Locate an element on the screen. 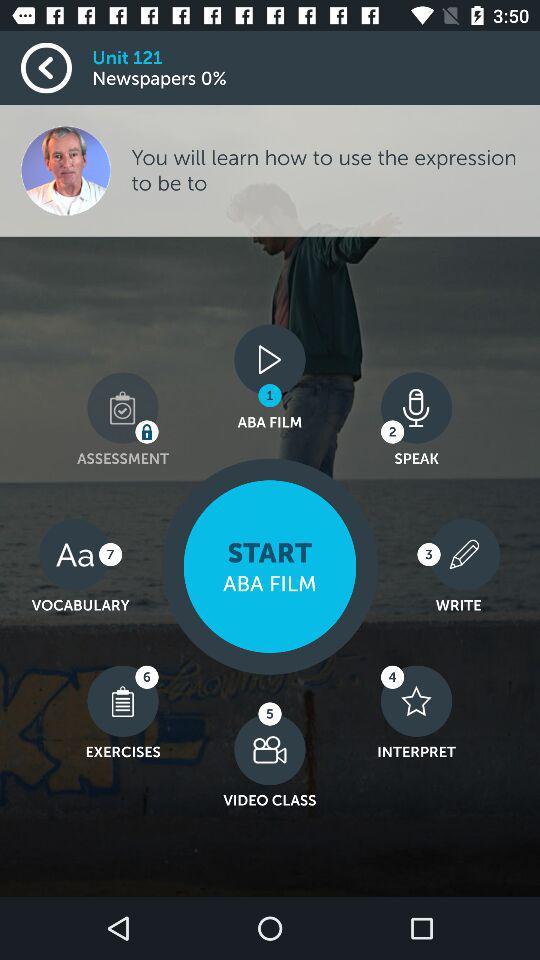  previous is located at coordinates (56, 68).